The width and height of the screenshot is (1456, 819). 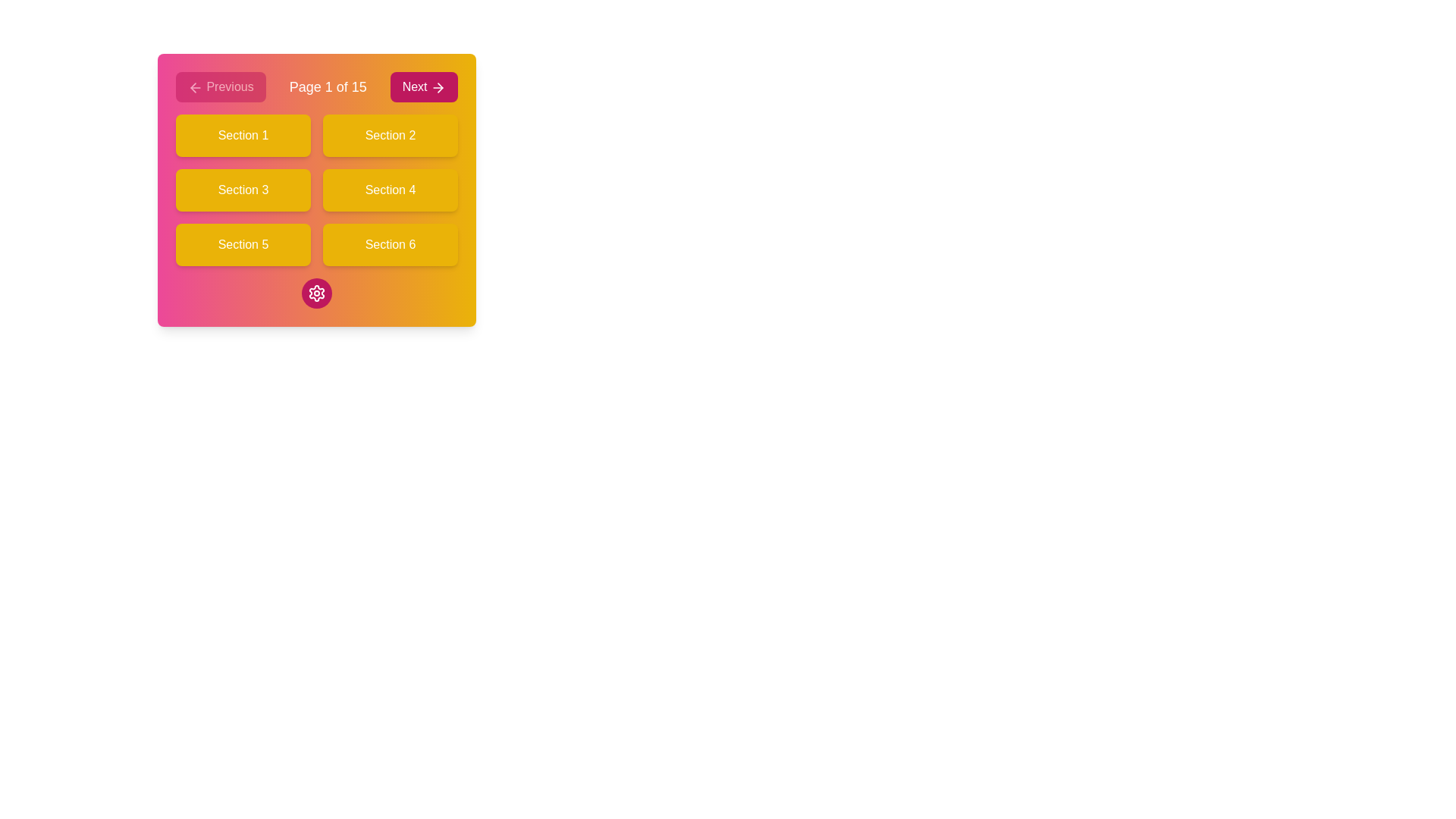 What do you see at coordinates (437, 87) in the screenshot?
I see `the 'Next' button icon, which visually signifies the action to proceed, located at the top-right of the primary card interface` at bounding box center [437, 87].